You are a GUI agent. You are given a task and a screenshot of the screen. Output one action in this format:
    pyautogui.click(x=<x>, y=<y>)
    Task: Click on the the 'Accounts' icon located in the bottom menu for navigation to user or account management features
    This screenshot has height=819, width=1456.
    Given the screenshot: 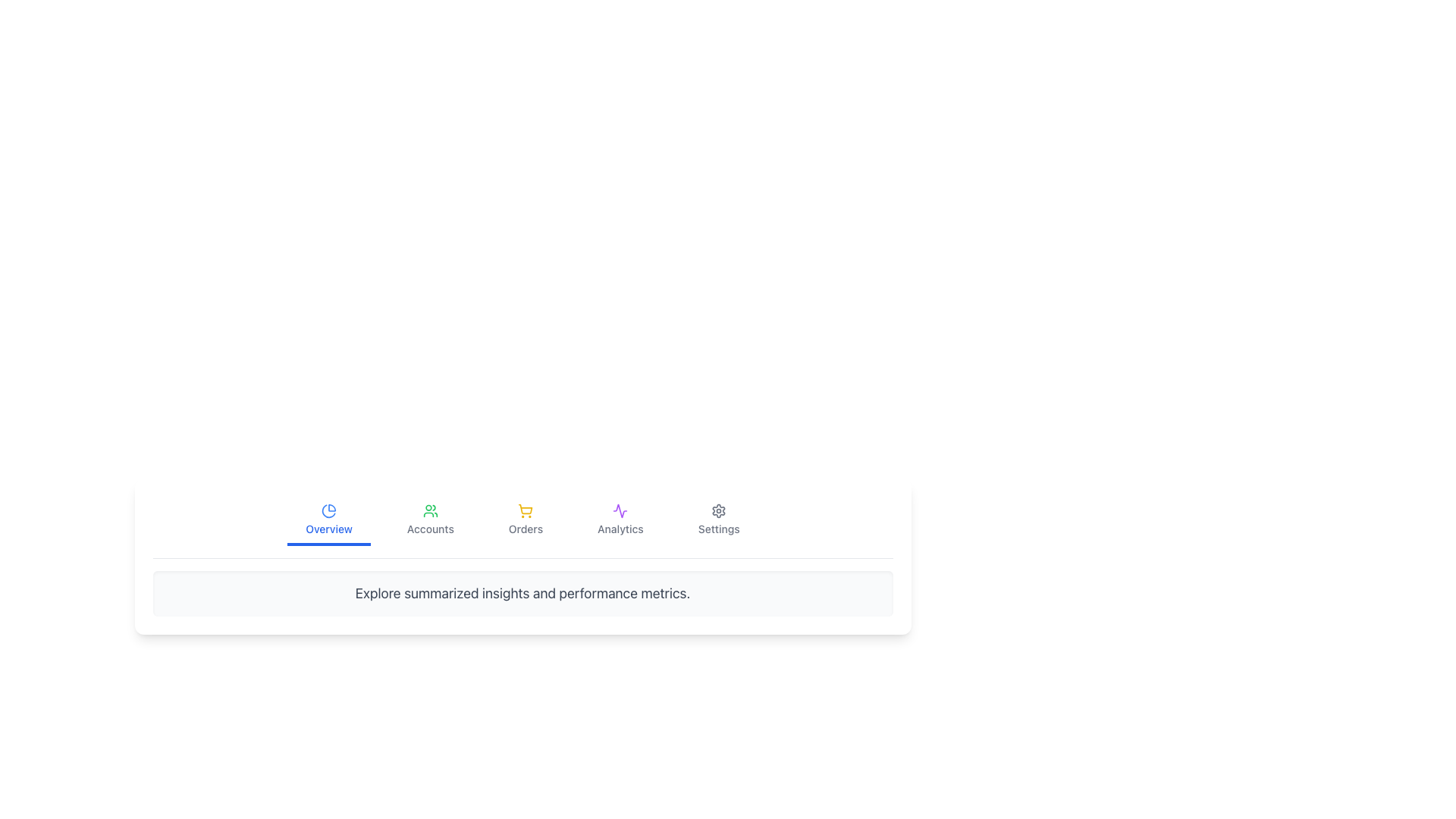 What is the action you would take?
    pyautogui.click(x=429, y=511)
    